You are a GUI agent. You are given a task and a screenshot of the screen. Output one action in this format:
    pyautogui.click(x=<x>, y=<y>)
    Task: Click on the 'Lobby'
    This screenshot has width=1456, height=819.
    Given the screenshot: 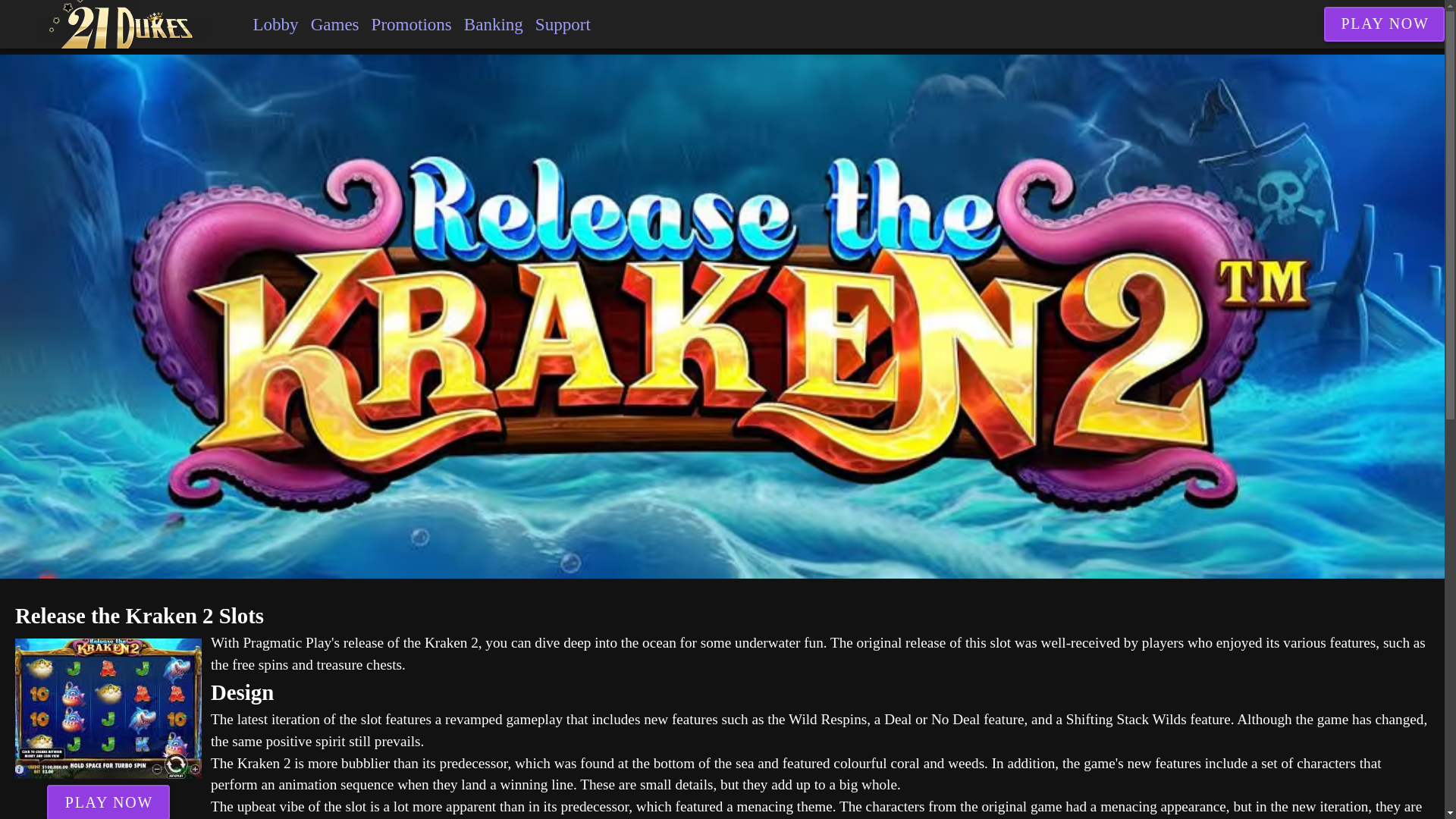 What is the action you would take?
    pyautogui.click(x=275, y=24)
    